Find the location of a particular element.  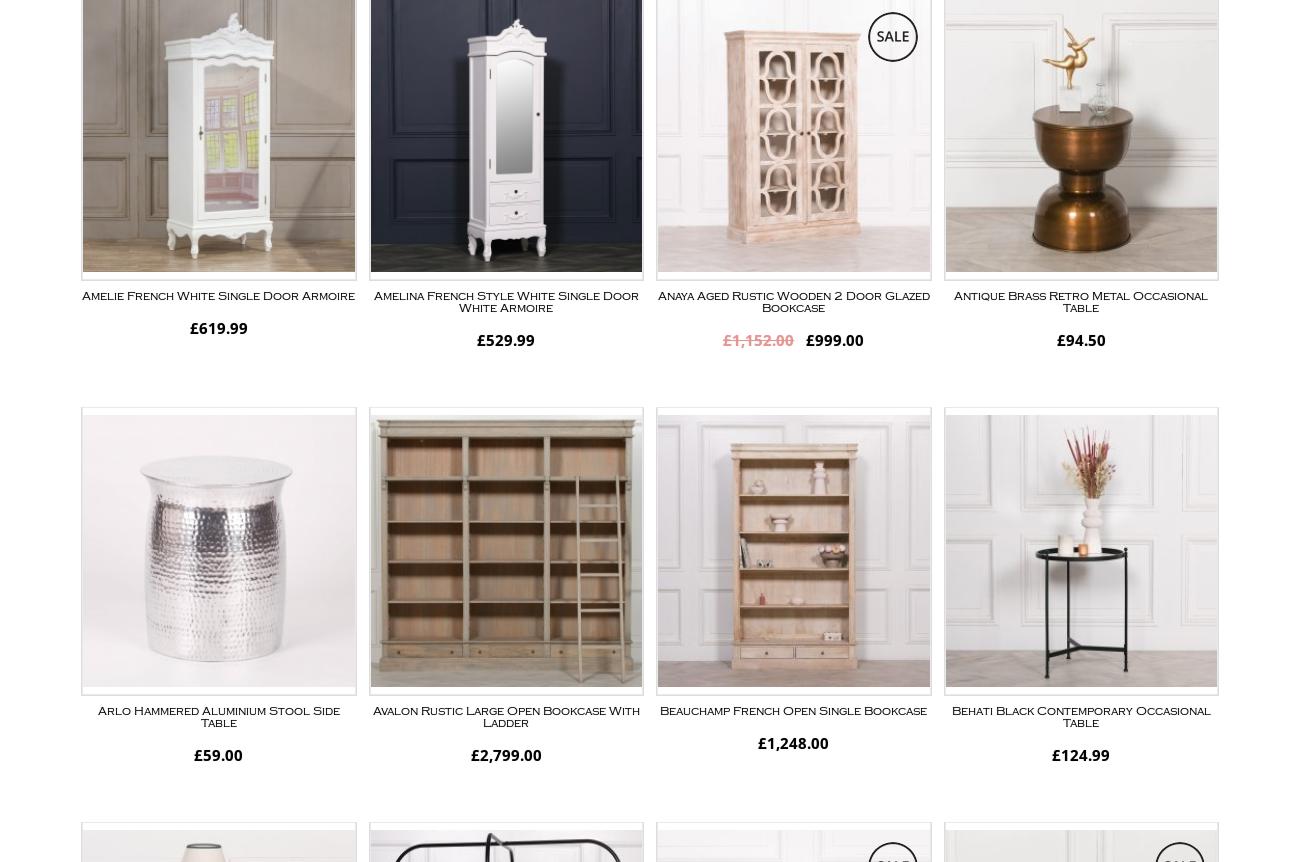

'619.99' is located at coordinates (221, 327).